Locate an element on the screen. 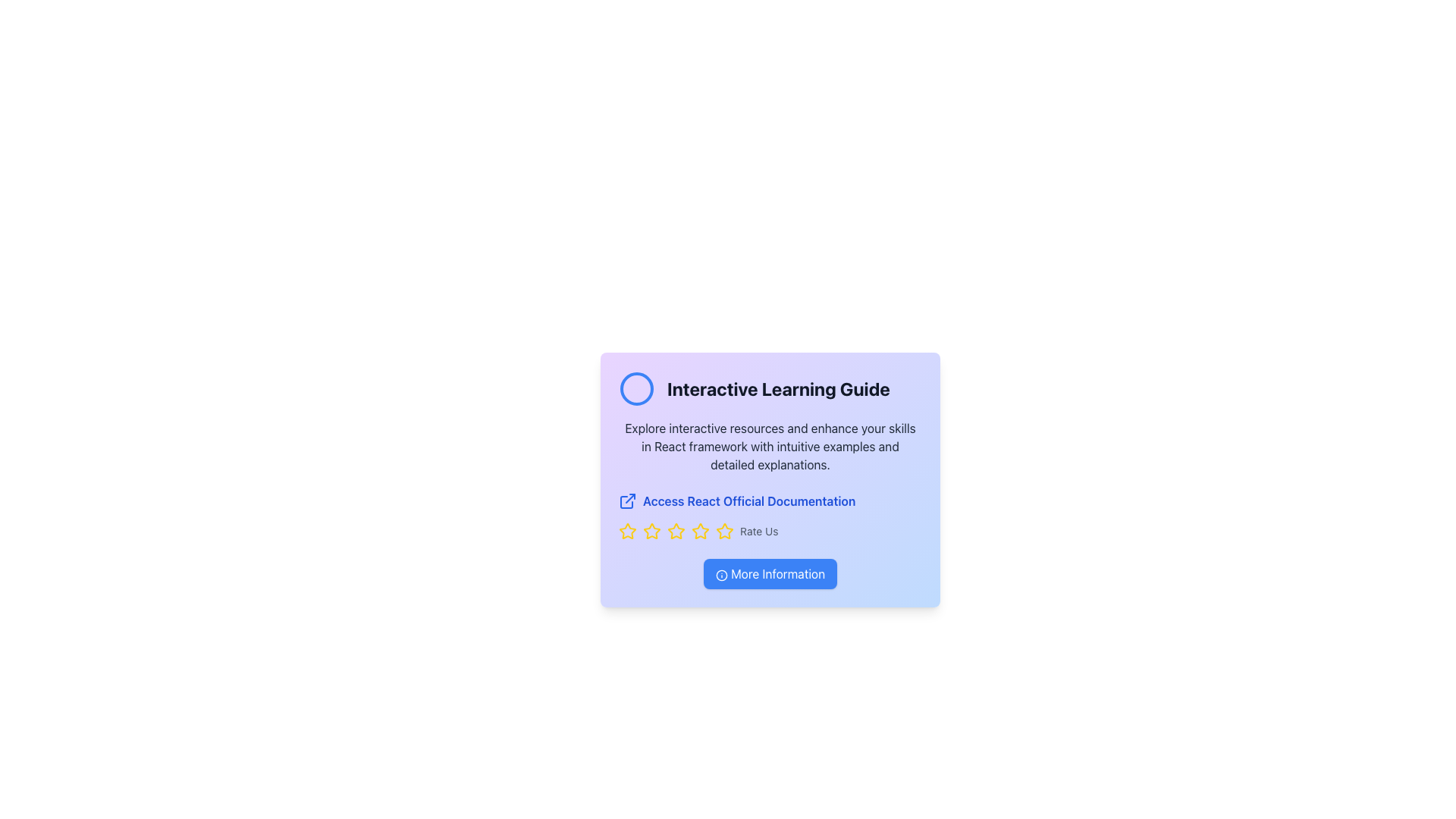 The height and width of the screenshot is (819, 1456). the sixth star-shaped icon with a yellow border to rate it, located below the 'Interactive Learning Guide' section is located at coordinates (700, 531).